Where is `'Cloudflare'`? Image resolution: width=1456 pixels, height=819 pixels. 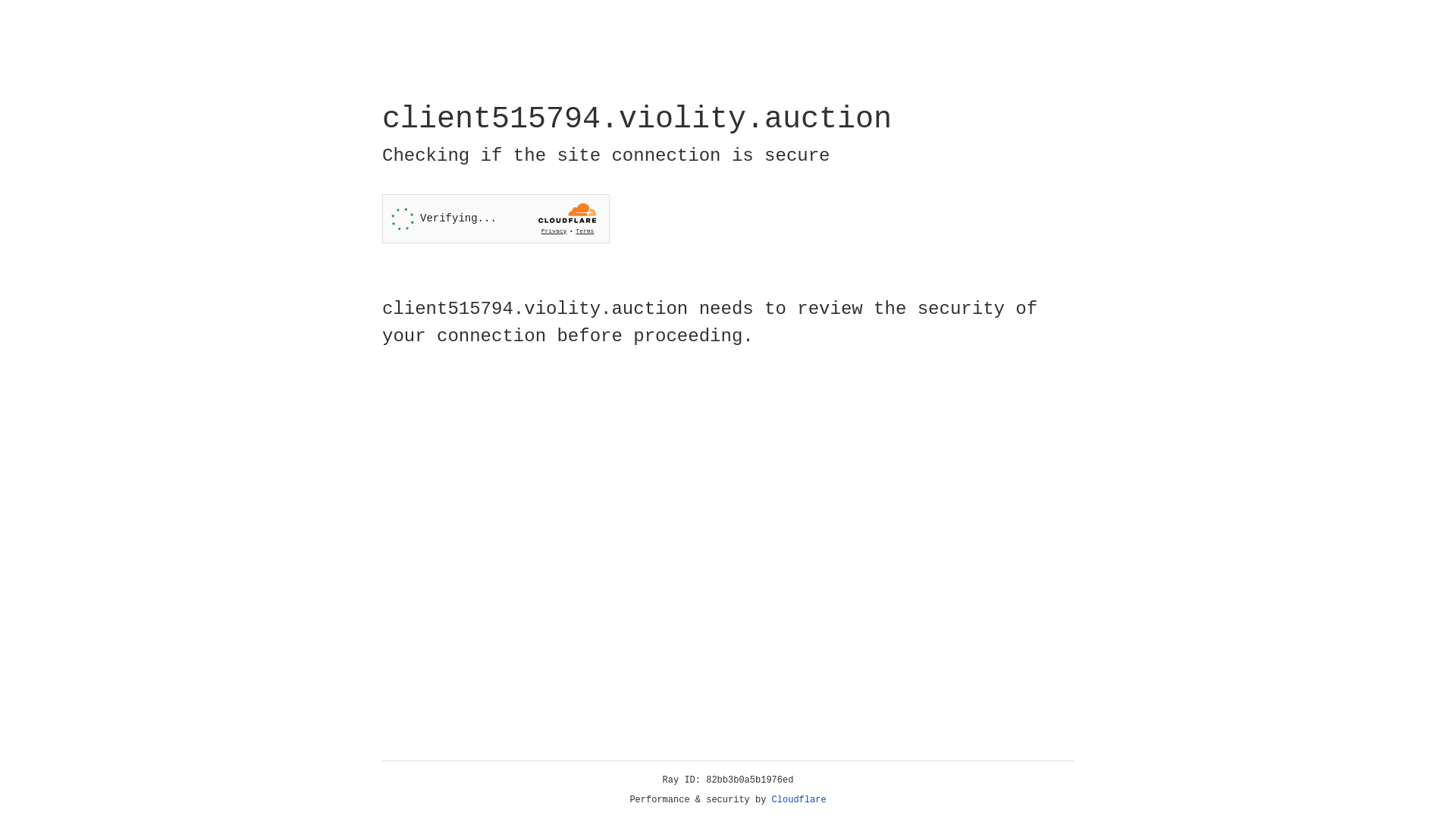 'Cloudflare' is located at coordinates (799, 799).